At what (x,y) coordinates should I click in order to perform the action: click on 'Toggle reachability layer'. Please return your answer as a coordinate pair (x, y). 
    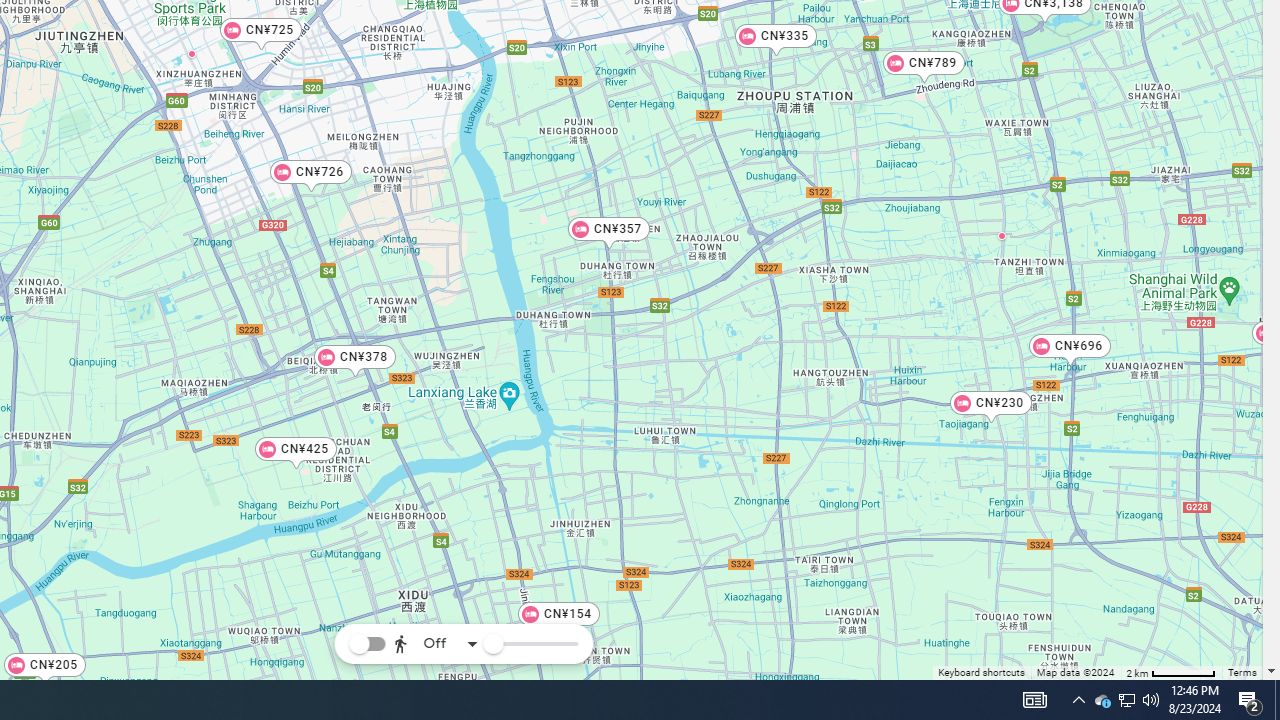
    Looking at the image, I should click on (367, 644).